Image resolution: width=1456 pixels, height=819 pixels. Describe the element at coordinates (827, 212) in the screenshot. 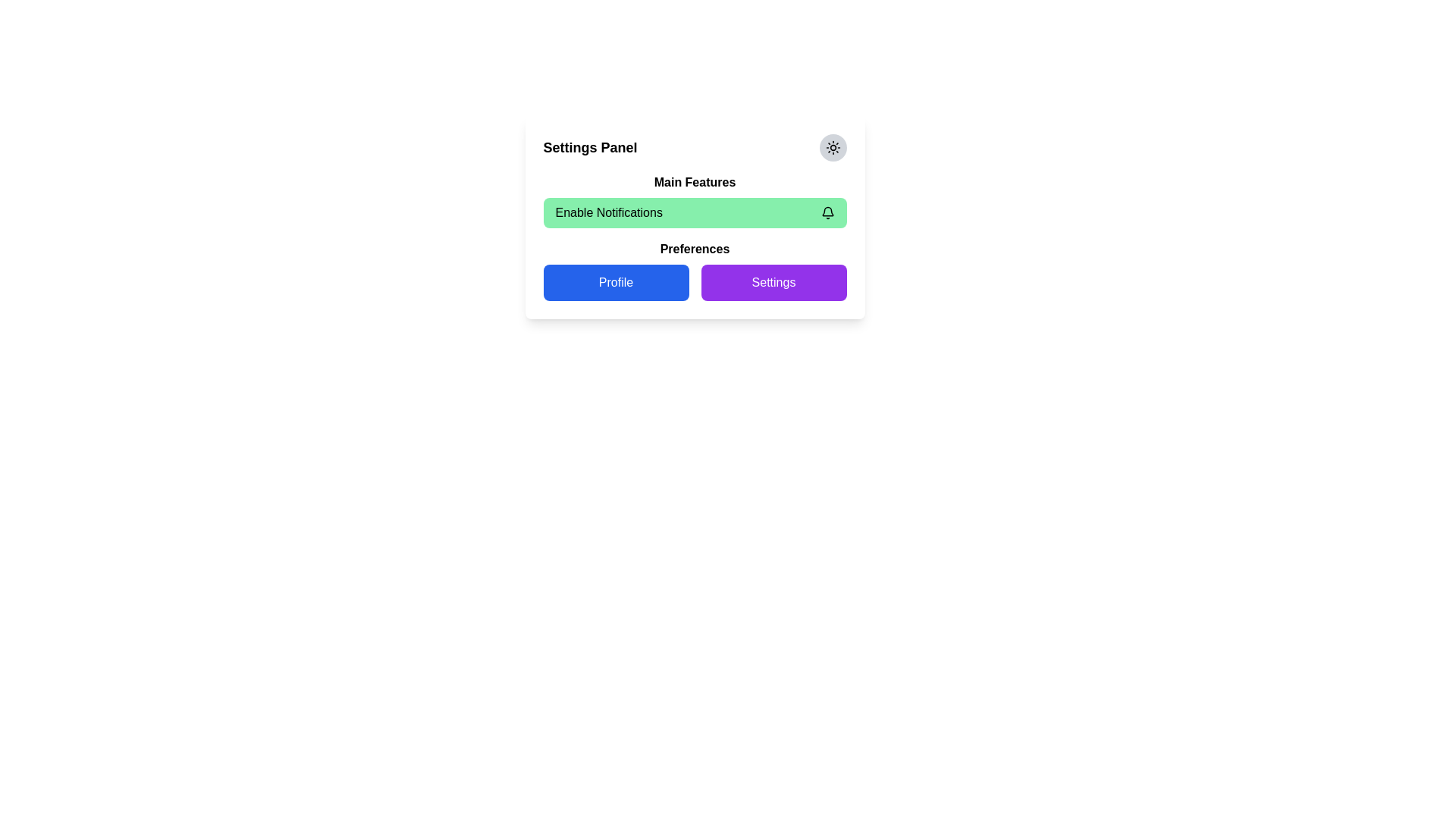

I see `the notification icon located on the right side of the 'Enable Notifications' section in the settings panel` at that location.